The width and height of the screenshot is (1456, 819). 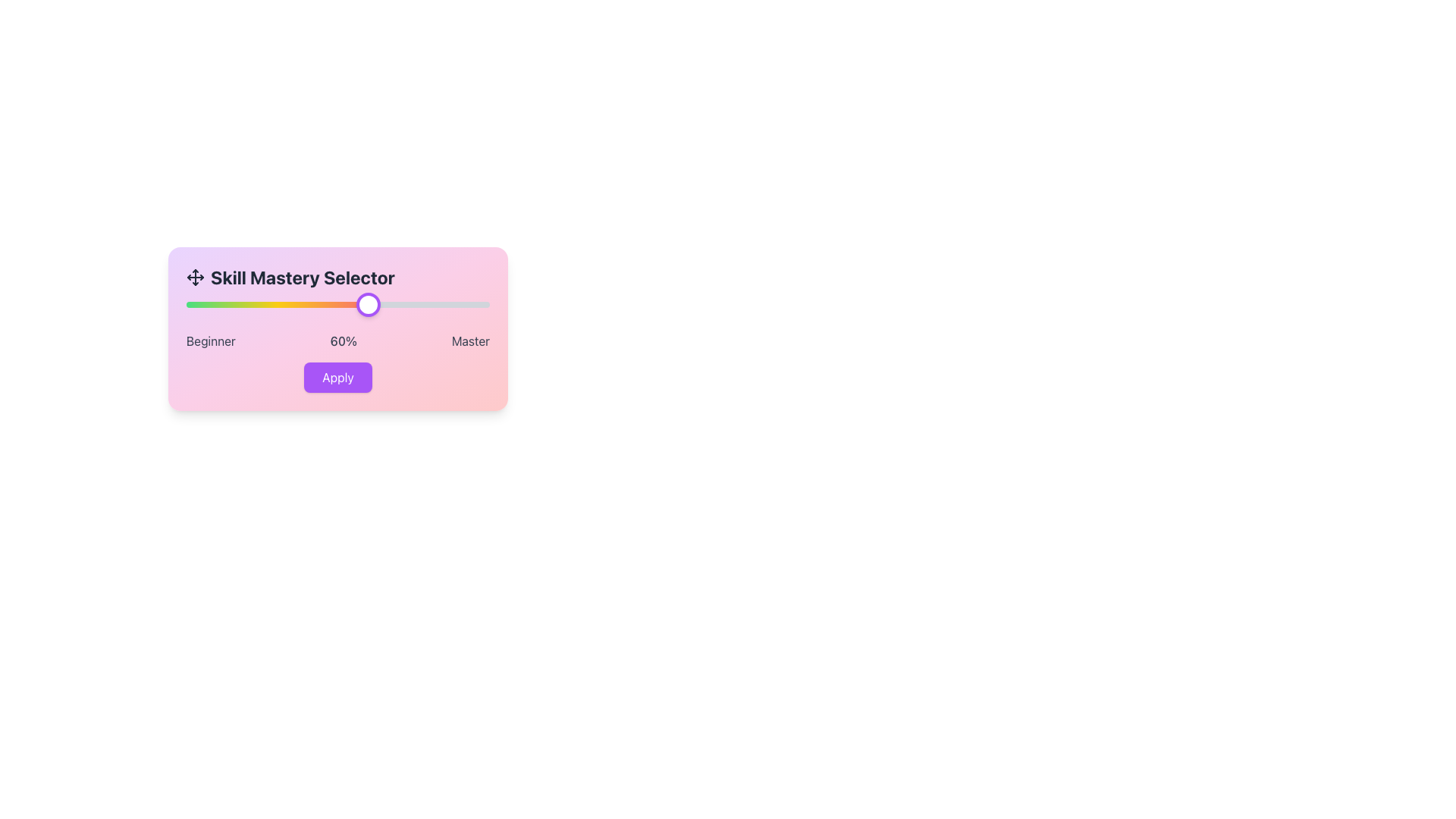 I want to click on the Skill Mastery level, so click(x=259, y=304).